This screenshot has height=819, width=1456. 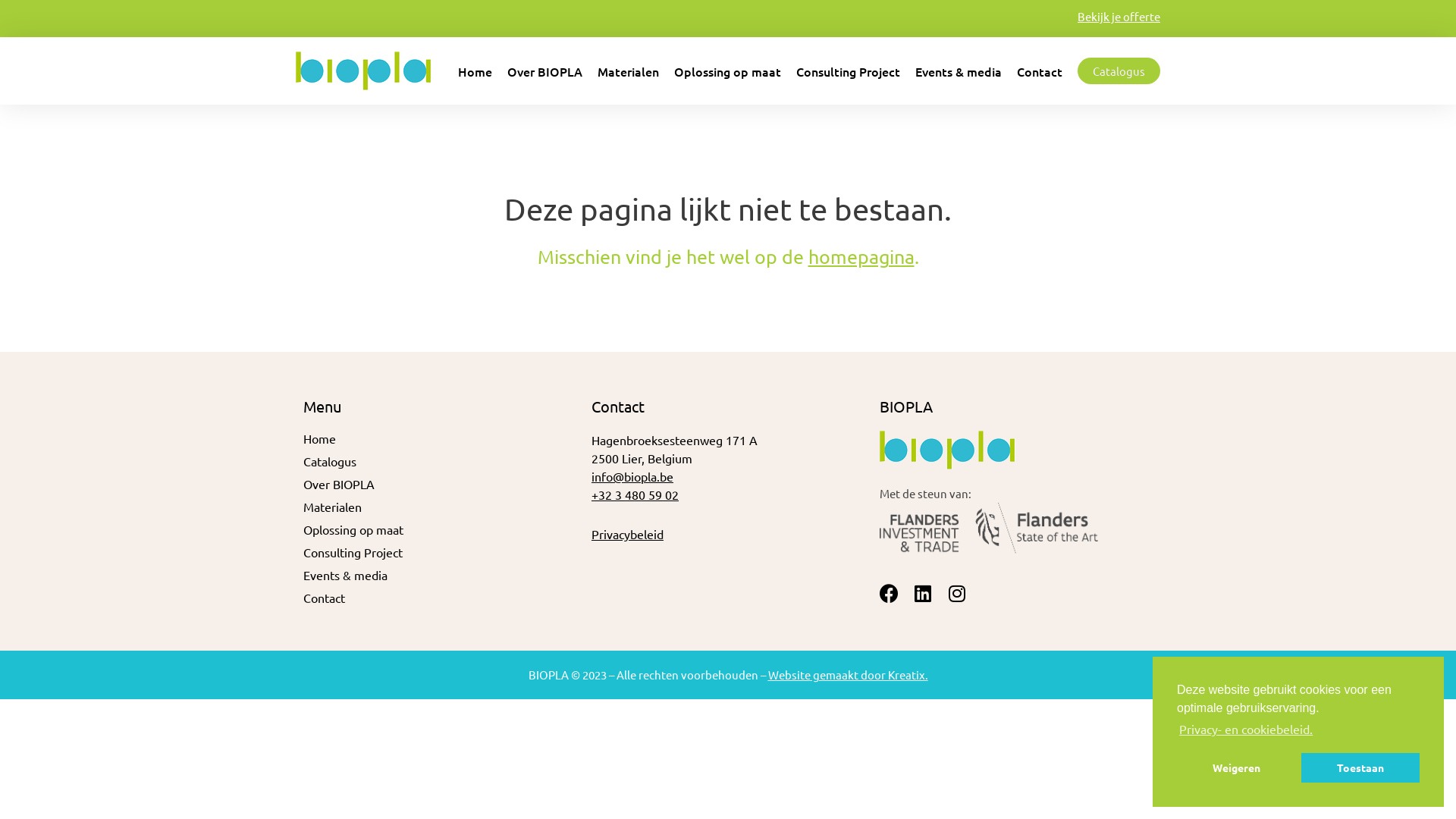 I want to click on 'Facebook', so click(x=889, y=592).